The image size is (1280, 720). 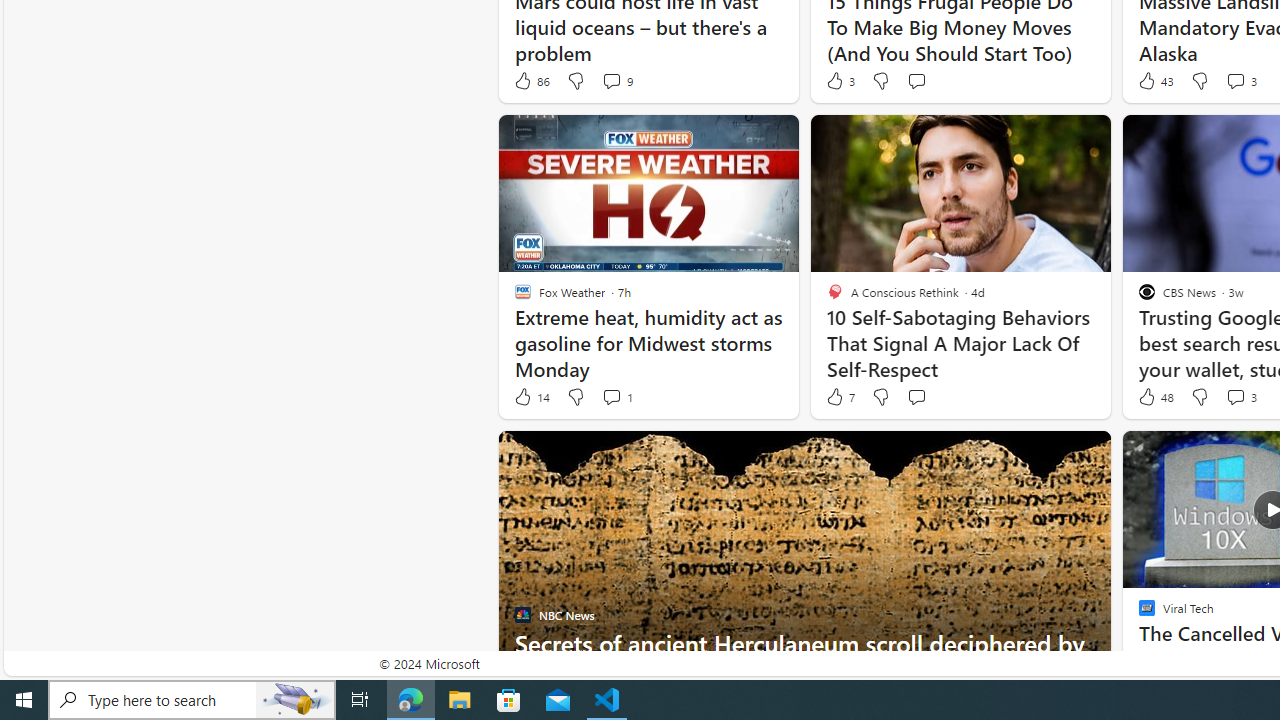 I want to click on 'View comments 3 Comment', so click(x=1234, y=397).